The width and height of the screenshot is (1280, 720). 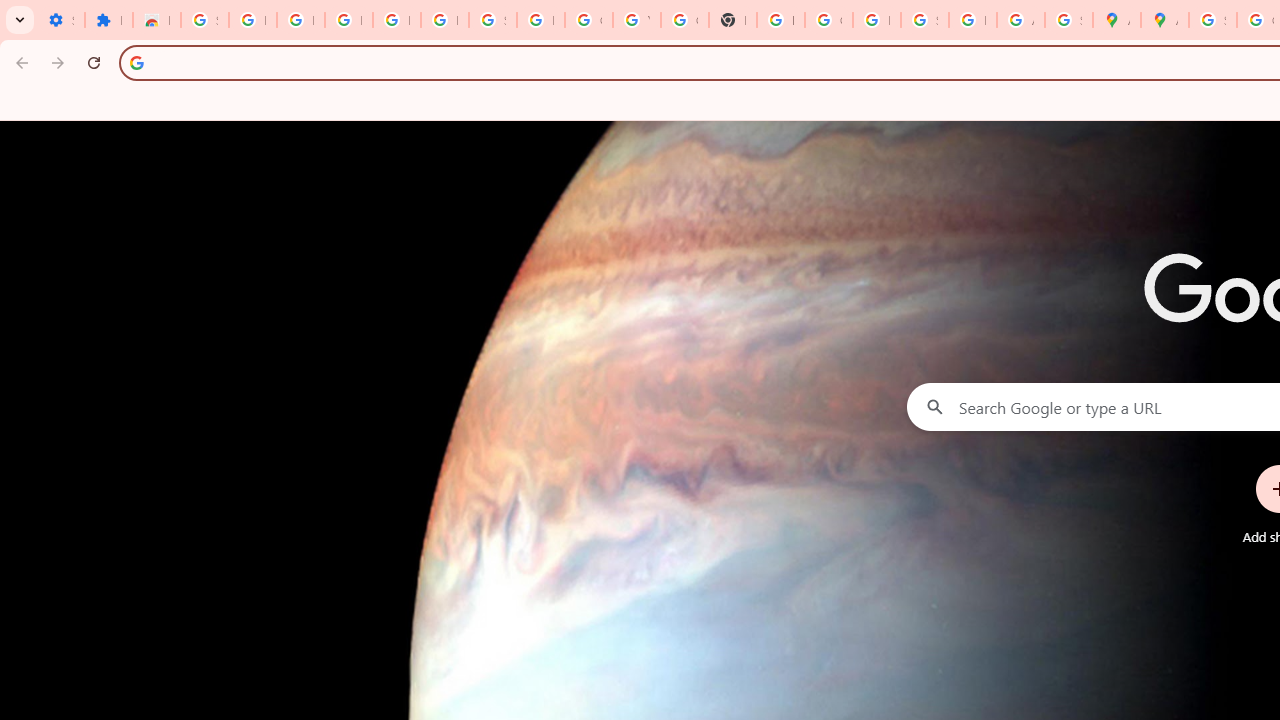 What do you see at coordinates (348, 20) in the screenshot?
I see `'Delete photos & videos - Computer - Google Photos Help'` at bounding box center [348, 20].